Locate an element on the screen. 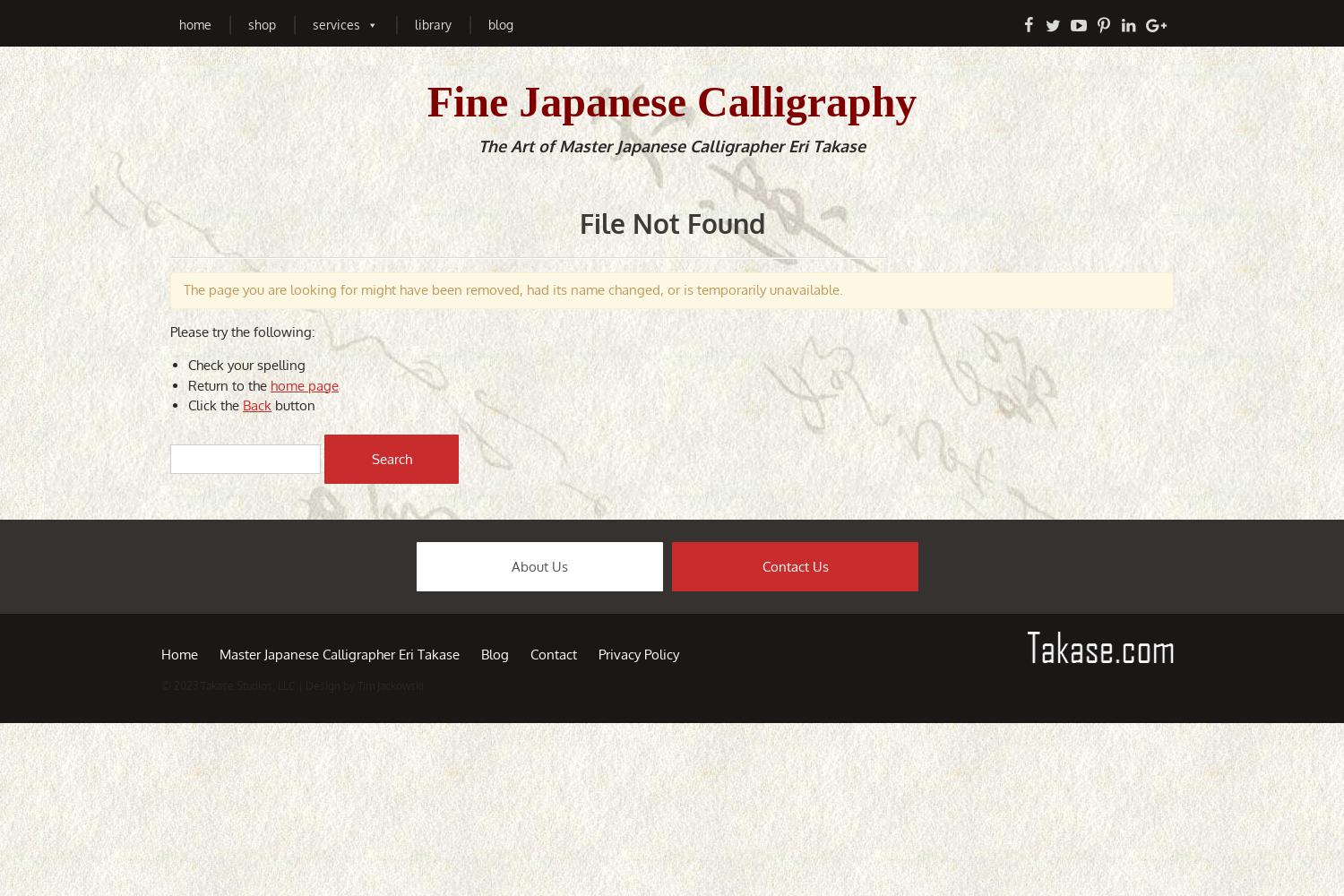 Image resolution: width=1344 pixels, height=896 pixels. 'Click the' is located at coordinates (214, 404).